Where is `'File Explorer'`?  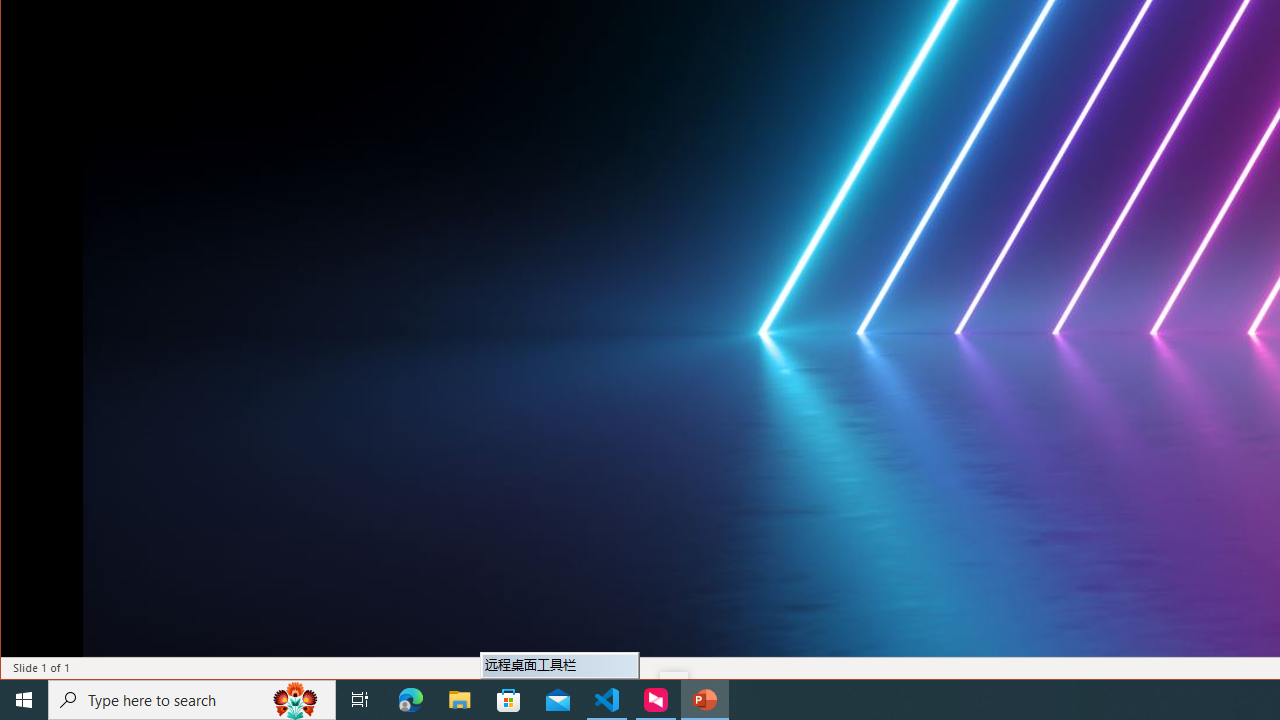
'File Explorer' is located at coordinates (459, 698).